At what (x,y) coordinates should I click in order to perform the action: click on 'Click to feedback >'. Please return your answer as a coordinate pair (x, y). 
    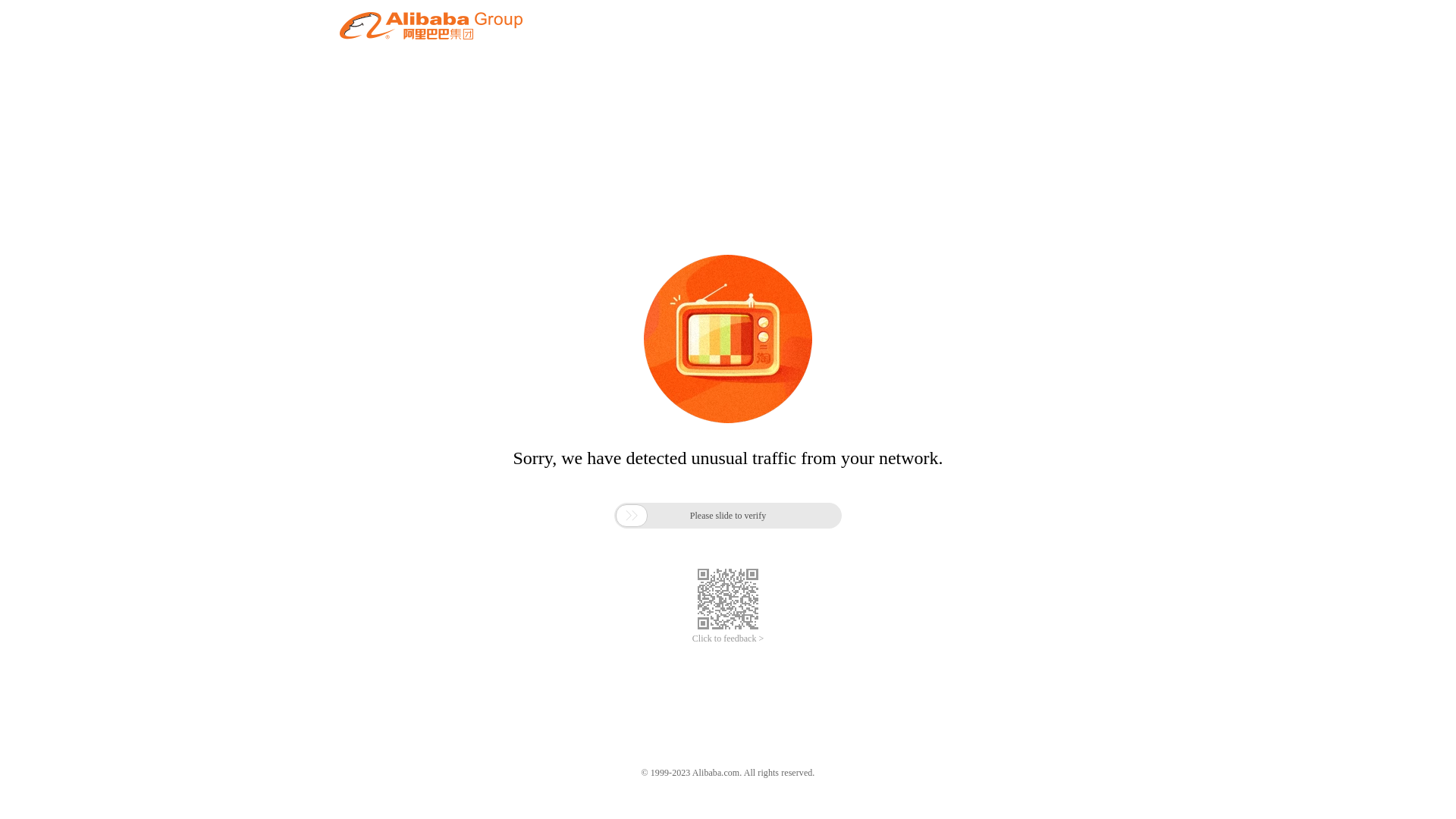
    Looking at the image, I should click on (728, 639).